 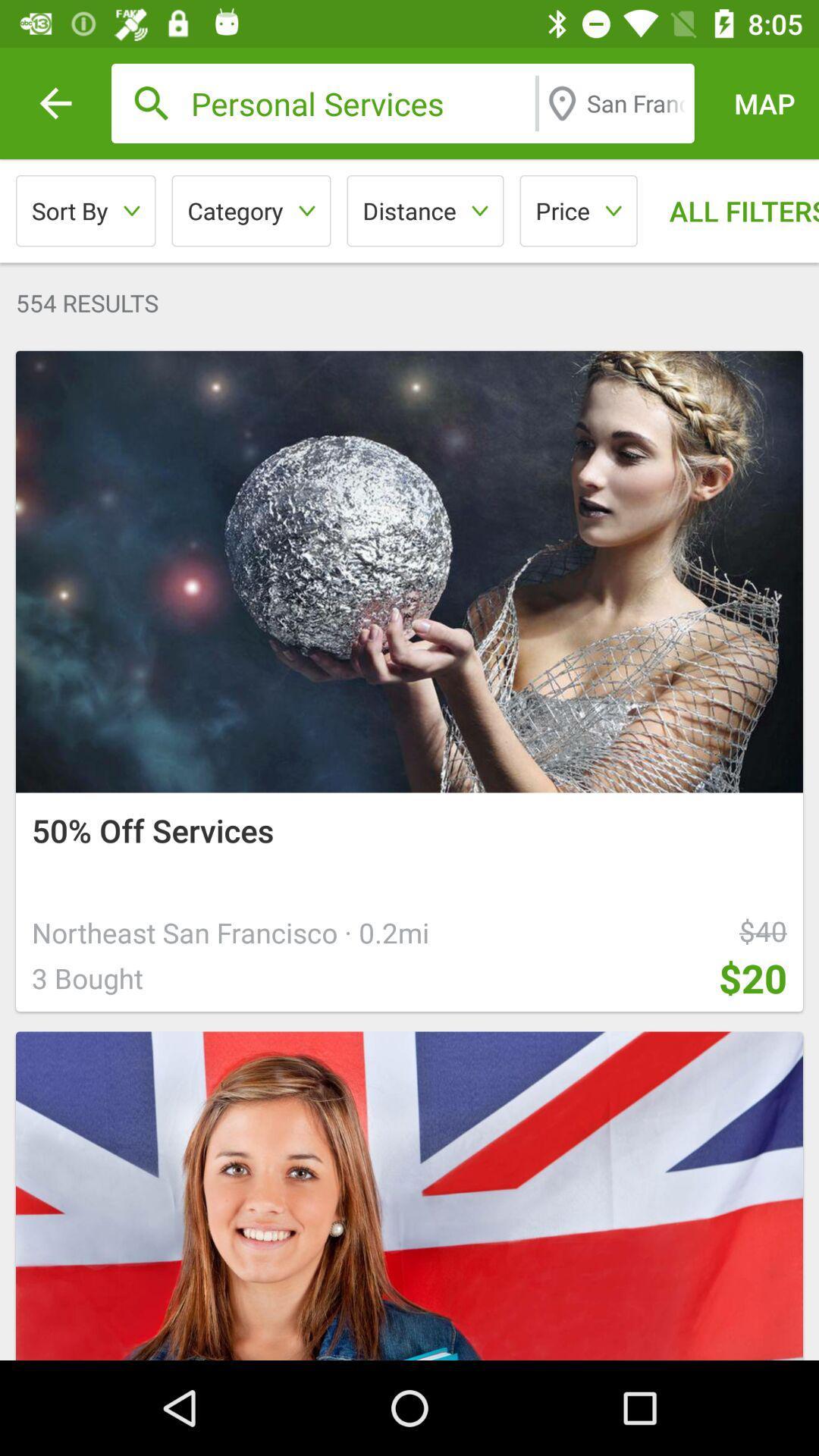 I want to click on the item next to distance icon, so click(x=250, y=210).